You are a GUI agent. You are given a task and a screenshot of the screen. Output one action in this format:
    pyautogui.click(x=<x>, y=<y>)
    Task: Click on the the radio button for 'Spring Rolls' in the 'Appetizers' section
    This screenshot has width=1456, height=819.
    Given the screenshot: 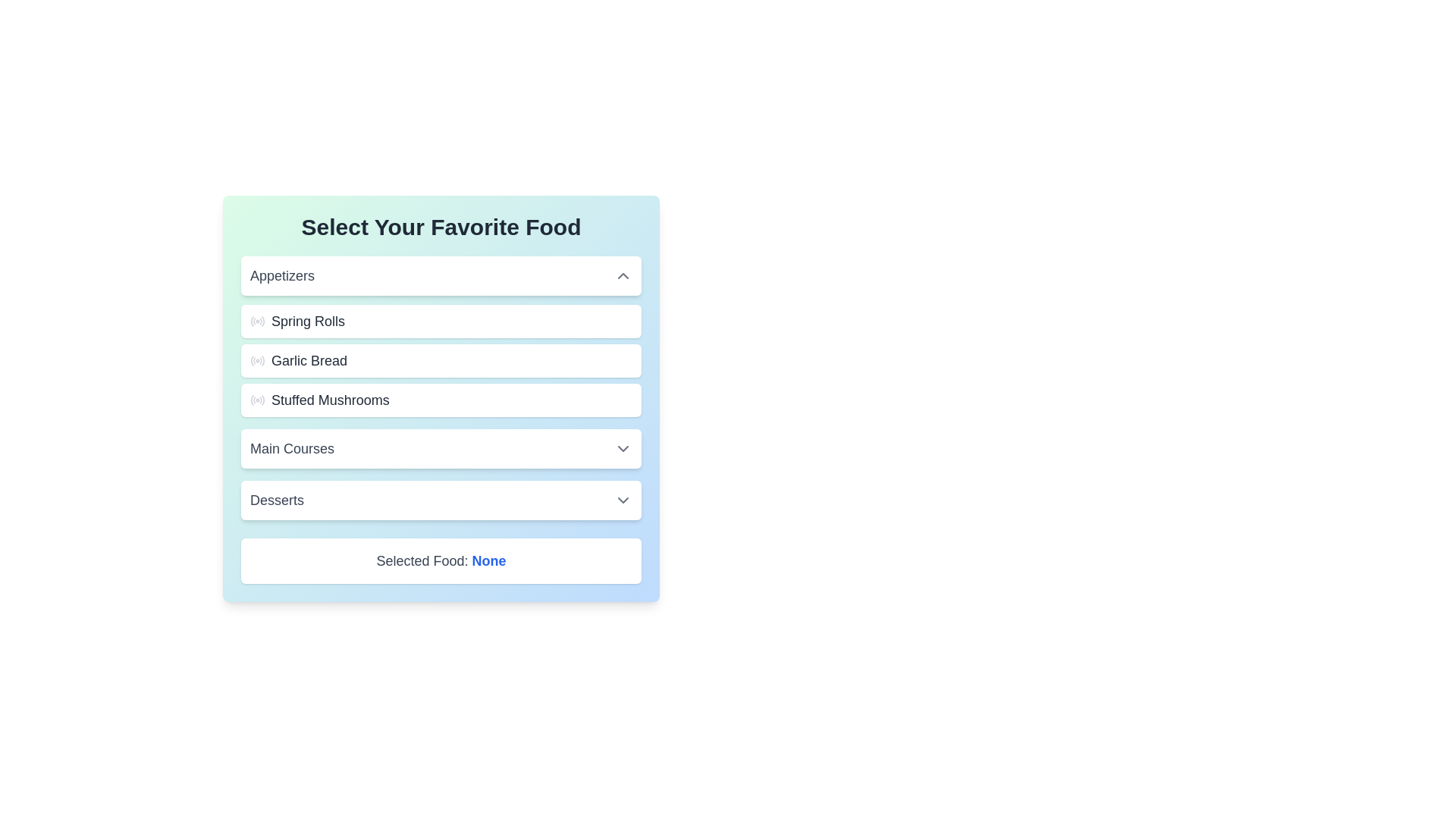 What is the action you would take?
    pyautogui.click(x=258, y=321)
    